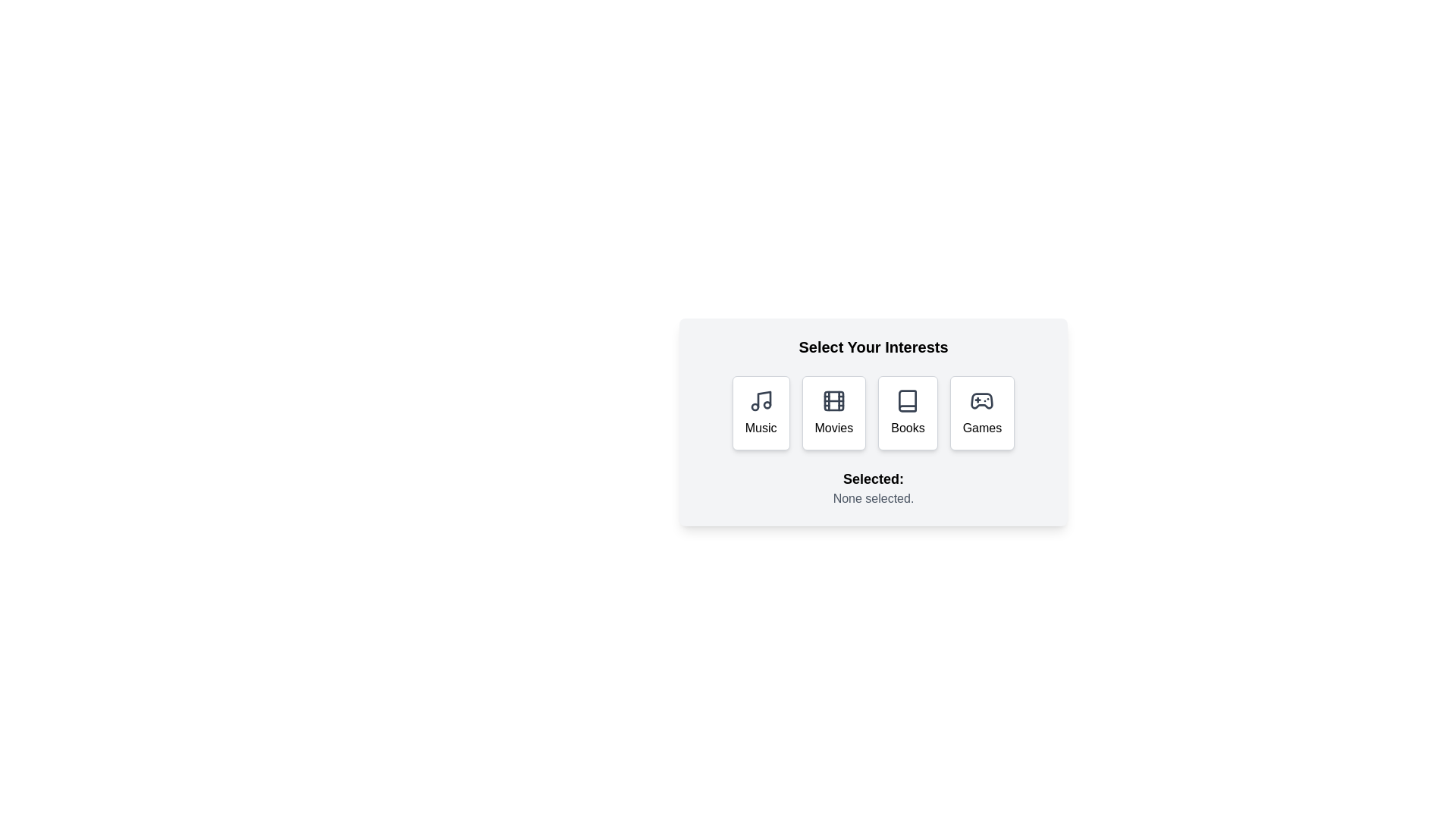 The image size is (1456, 819). Describe the element at coordinates (982, 413) in the screenshot. I see `the button labeled 'Games' to observe its visual feedback` at that location.